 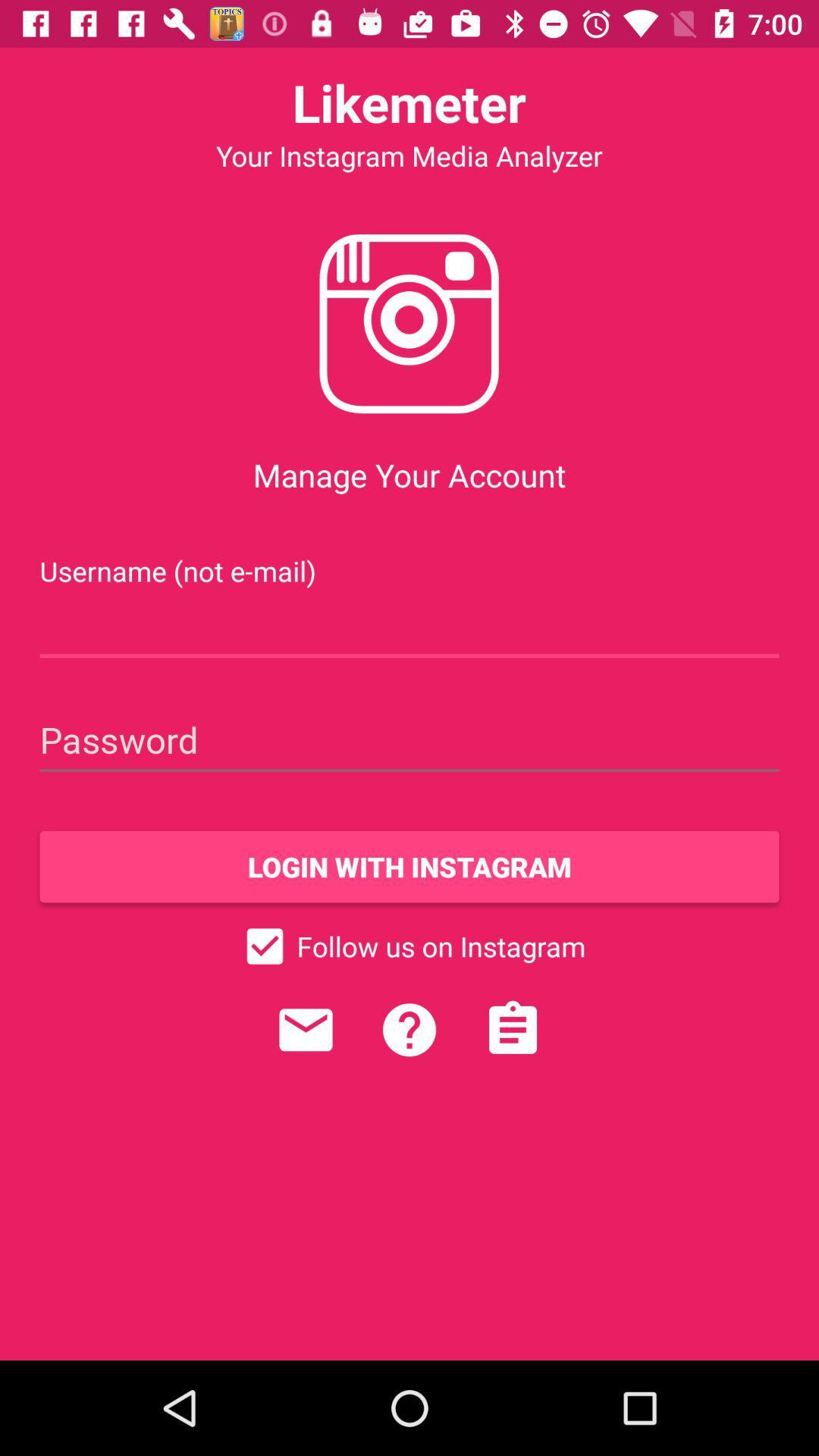 I want to click on the login with instagram icon, so click(x=409, y=866).